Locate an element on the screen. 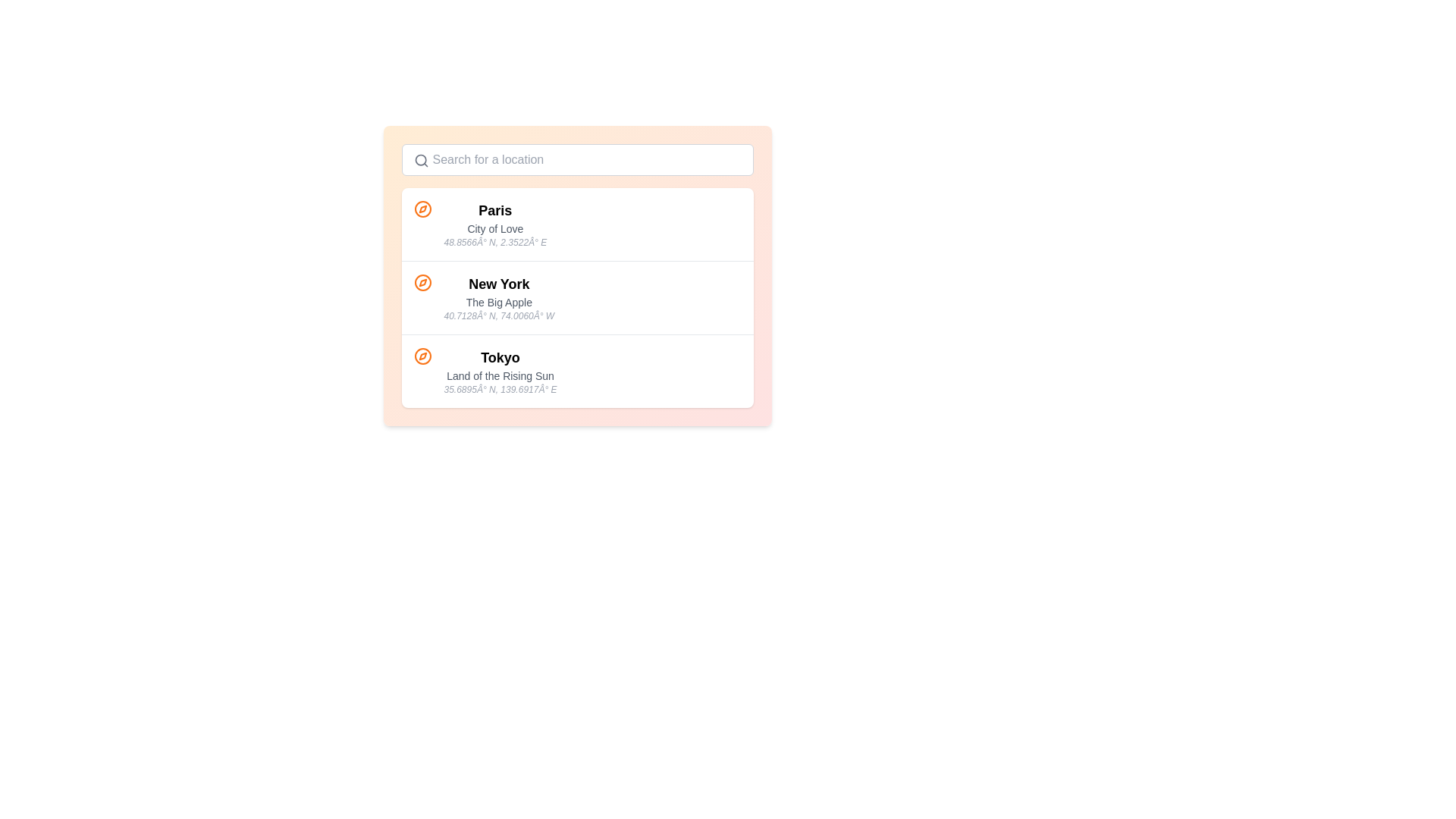 The width and height of the screenshot is (1456, 819). the circular icon with an orange outline depicting a compass shape, located to the left of the text 'Tokyo' in the third position of the scrolling view is located at coordinates (422, 356).